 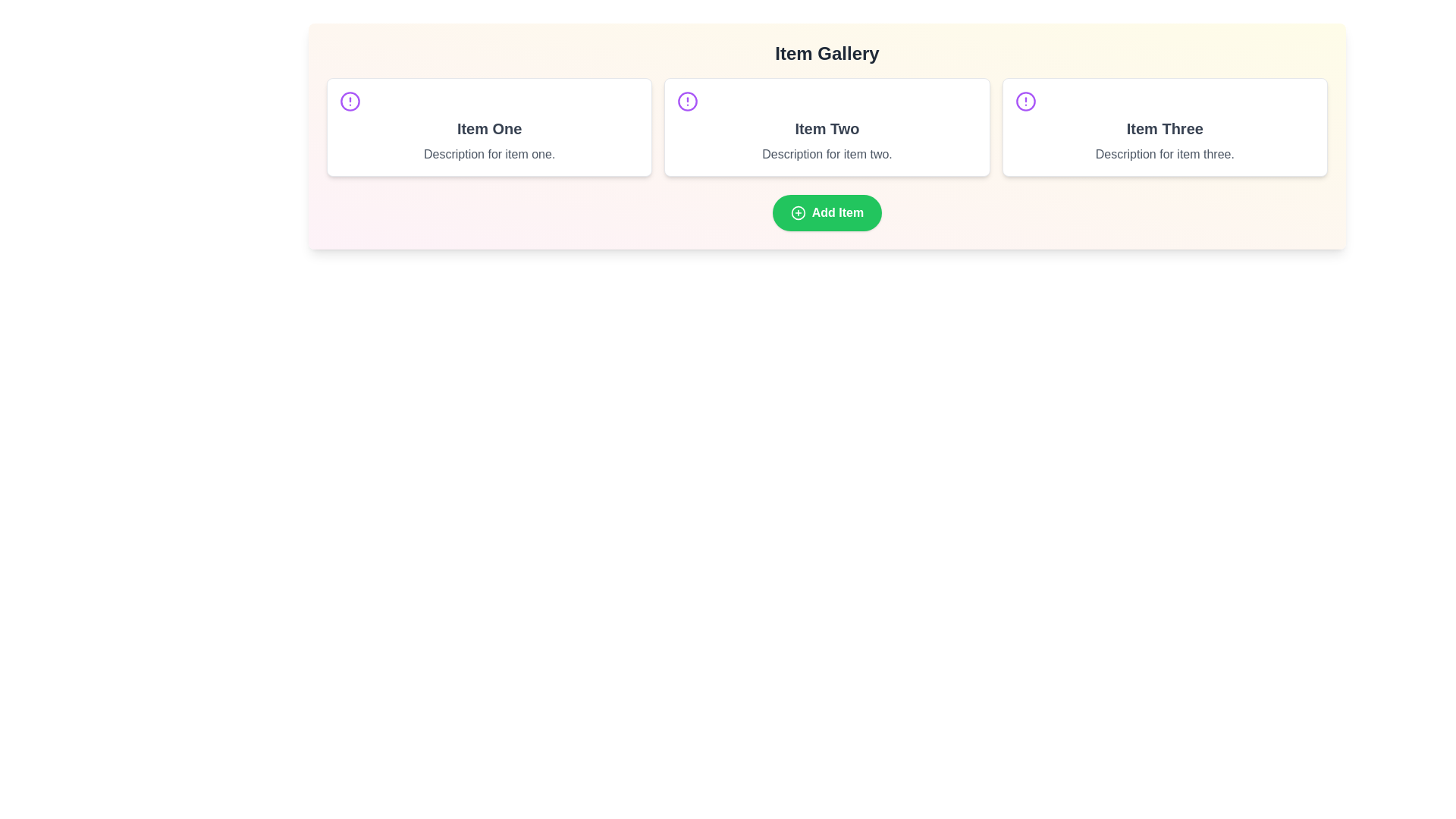 I want to click on the bold, extra-large gray text reading 'Item Three', which is centrally placed within the third card layout, so click(x=1164, y=127).